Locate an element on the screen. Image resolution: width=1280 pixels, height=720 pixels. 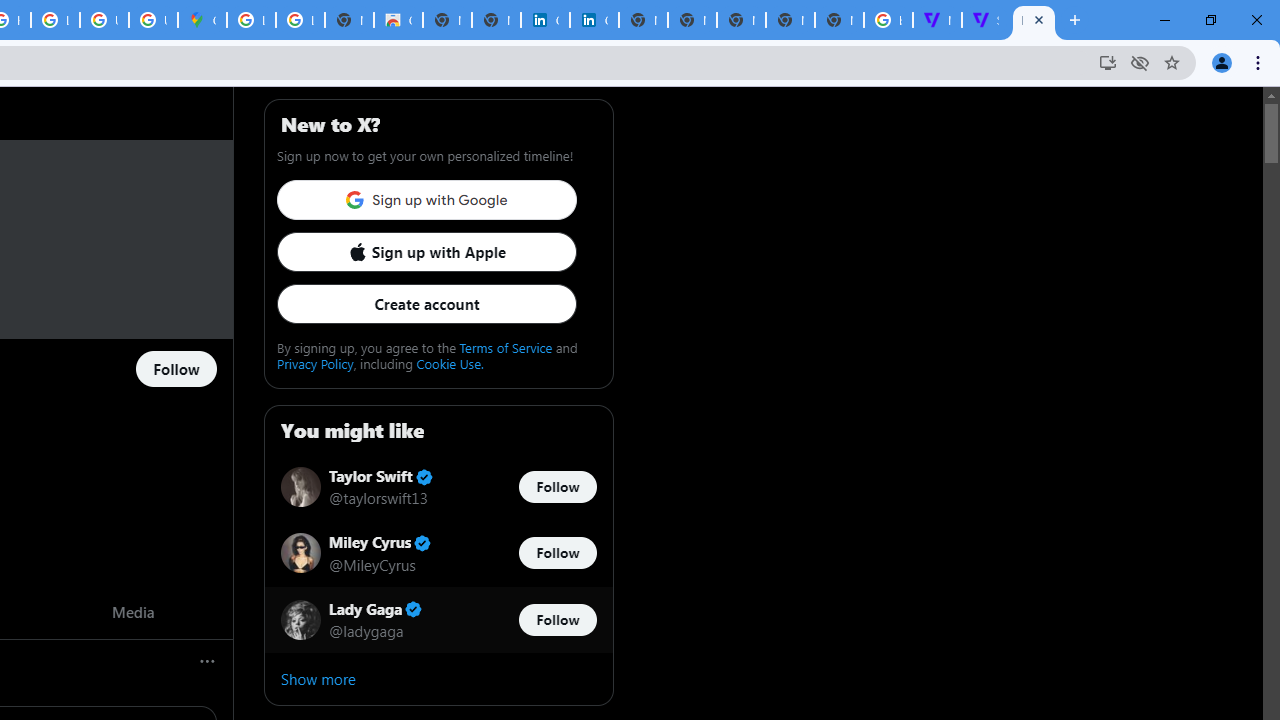
'Install X' is located at coordinates (1106, 61).